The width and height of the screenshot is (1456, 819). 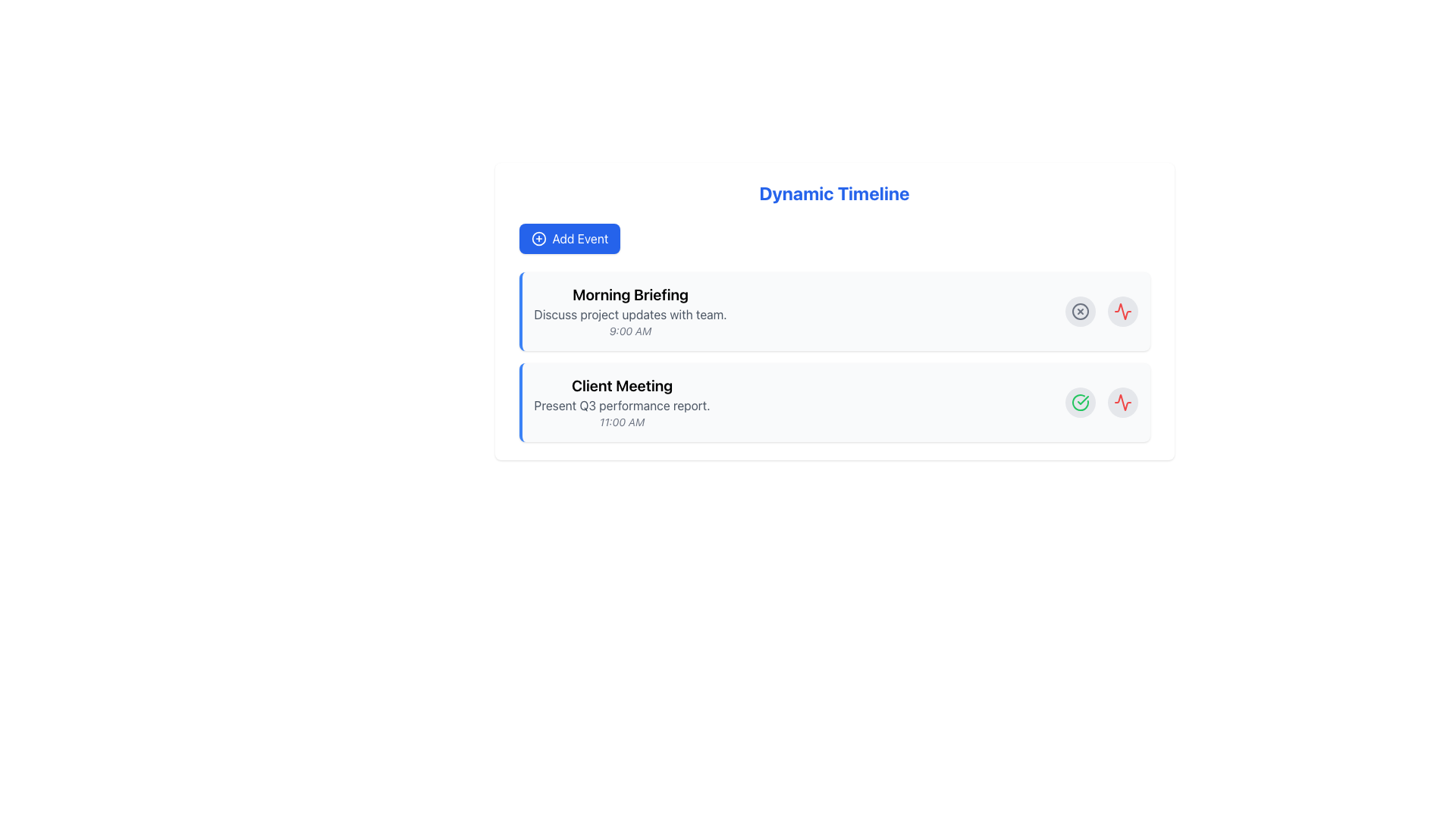 What do you see at coordinates (1122, 311) in the screenshot?
I see `the interactive button for the second meeting entry in the timeline view, located on the right side next to a green checkmark` at bounding box center [1122, 311].